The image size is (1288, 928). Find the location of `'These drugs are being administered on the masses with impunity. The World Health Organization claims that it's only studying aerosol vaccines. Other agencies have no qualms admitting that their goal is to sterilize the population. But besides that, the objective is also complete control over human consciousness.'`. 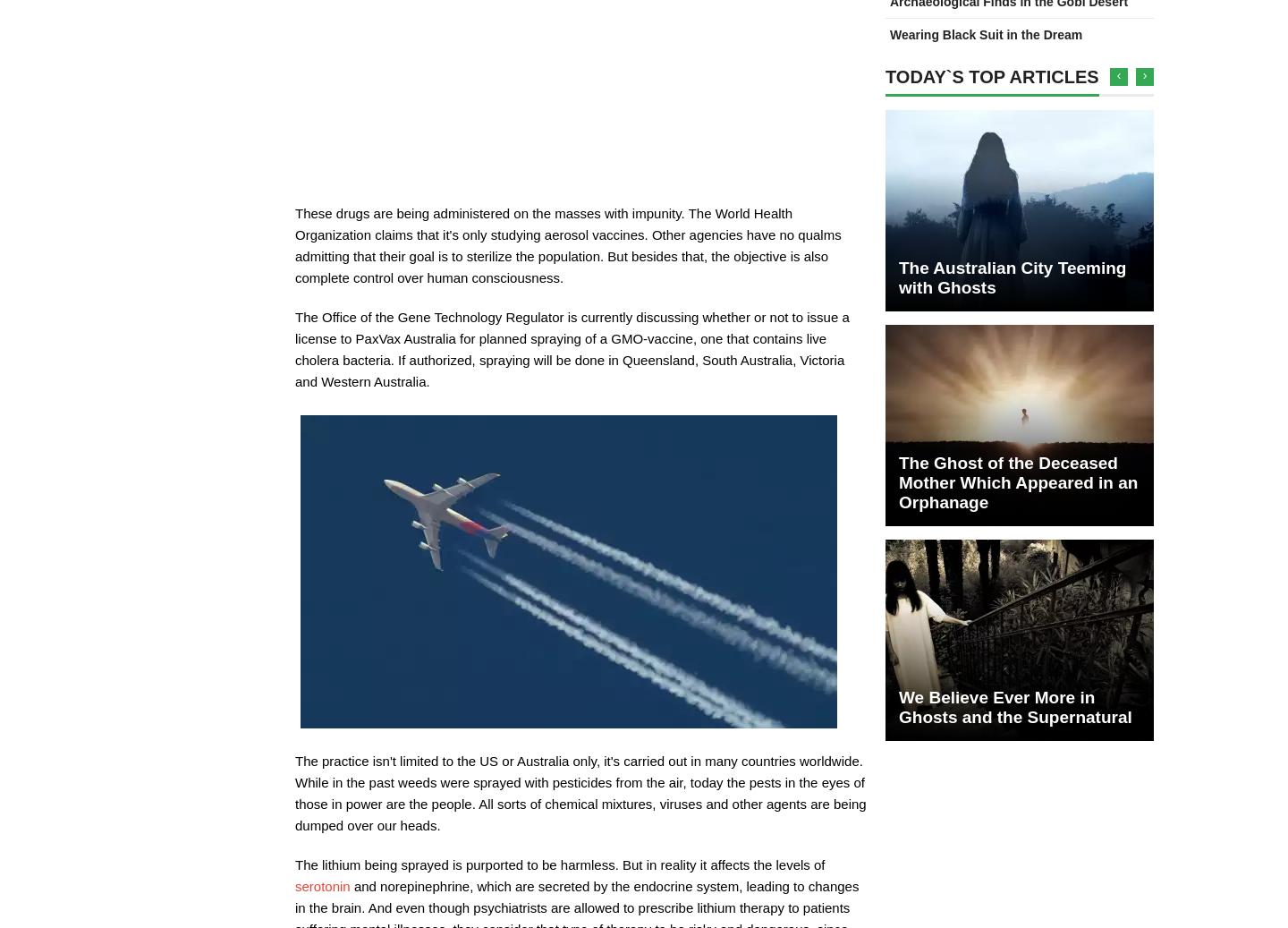

'These drugs are being administered on the masses with impunity. The World Health Organization claims that it's only studying aerosol vaccines. Other agencies have no qualms admitting that their goal is to sterilize the population. But besides that, the objective is also complete control over human consciousness.' is located at coordinates (567, 244).